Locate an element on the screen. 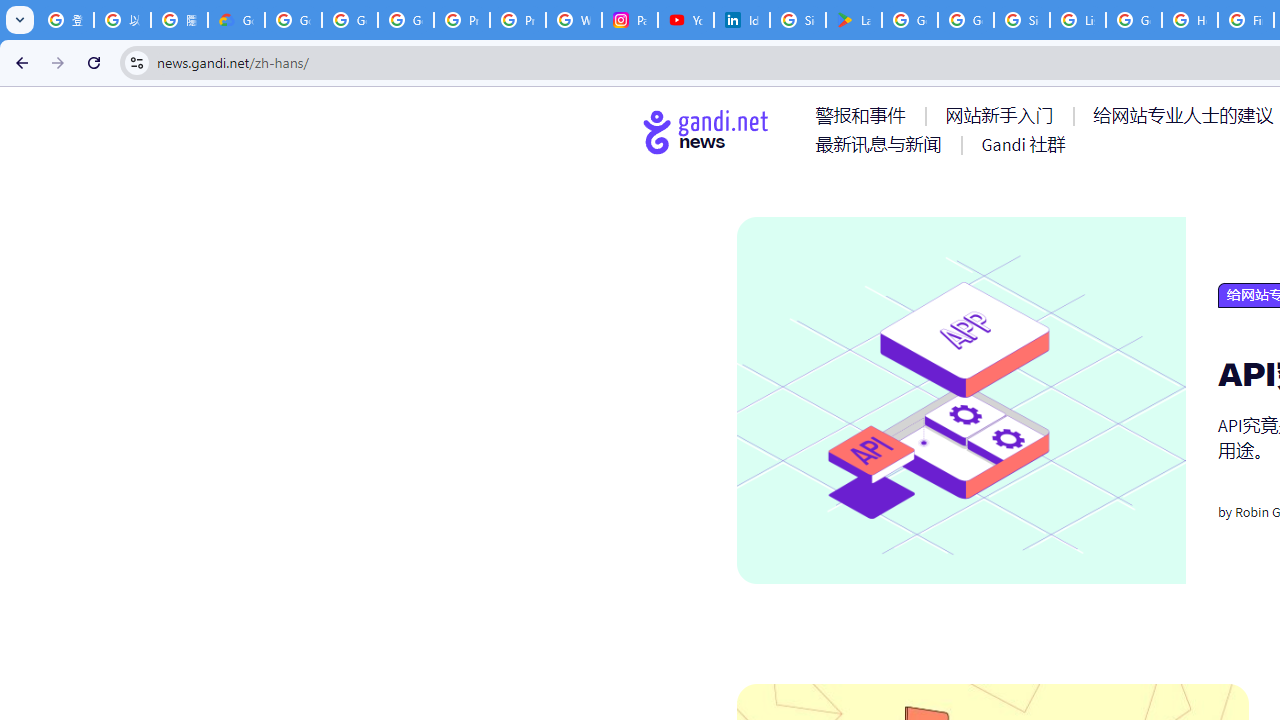 This screenshot has height=720, width=1280. 'YouTube Culture & Trends - On The Rise: Handcam Videos' is located at coordinates (686, 20).